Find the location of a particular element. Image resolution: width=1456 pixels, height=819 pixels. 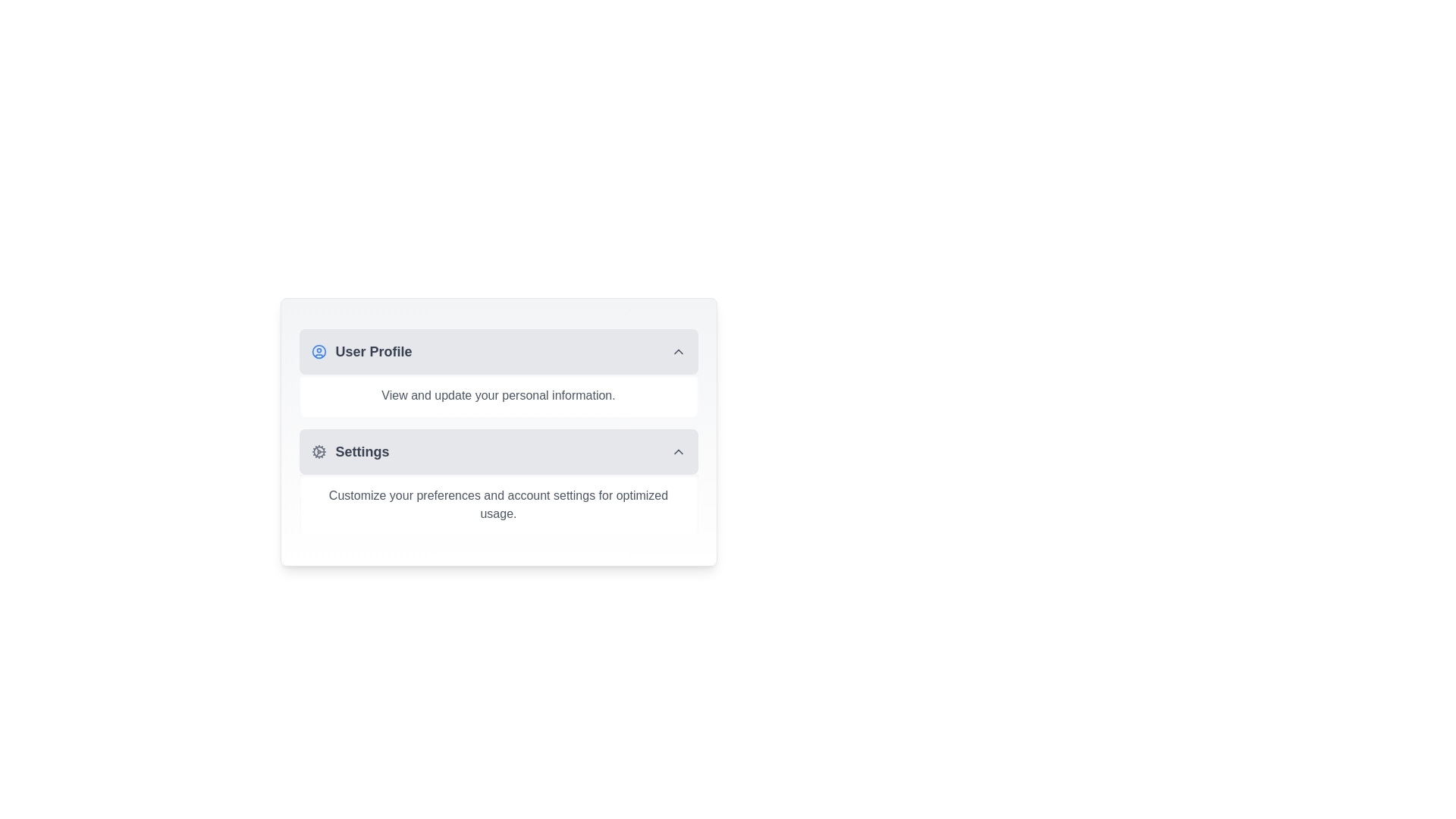

the circular icon with a blue outline located in the 'User Profile' section, positioned on the left side next to the text label is located at coordinates (318, 351).